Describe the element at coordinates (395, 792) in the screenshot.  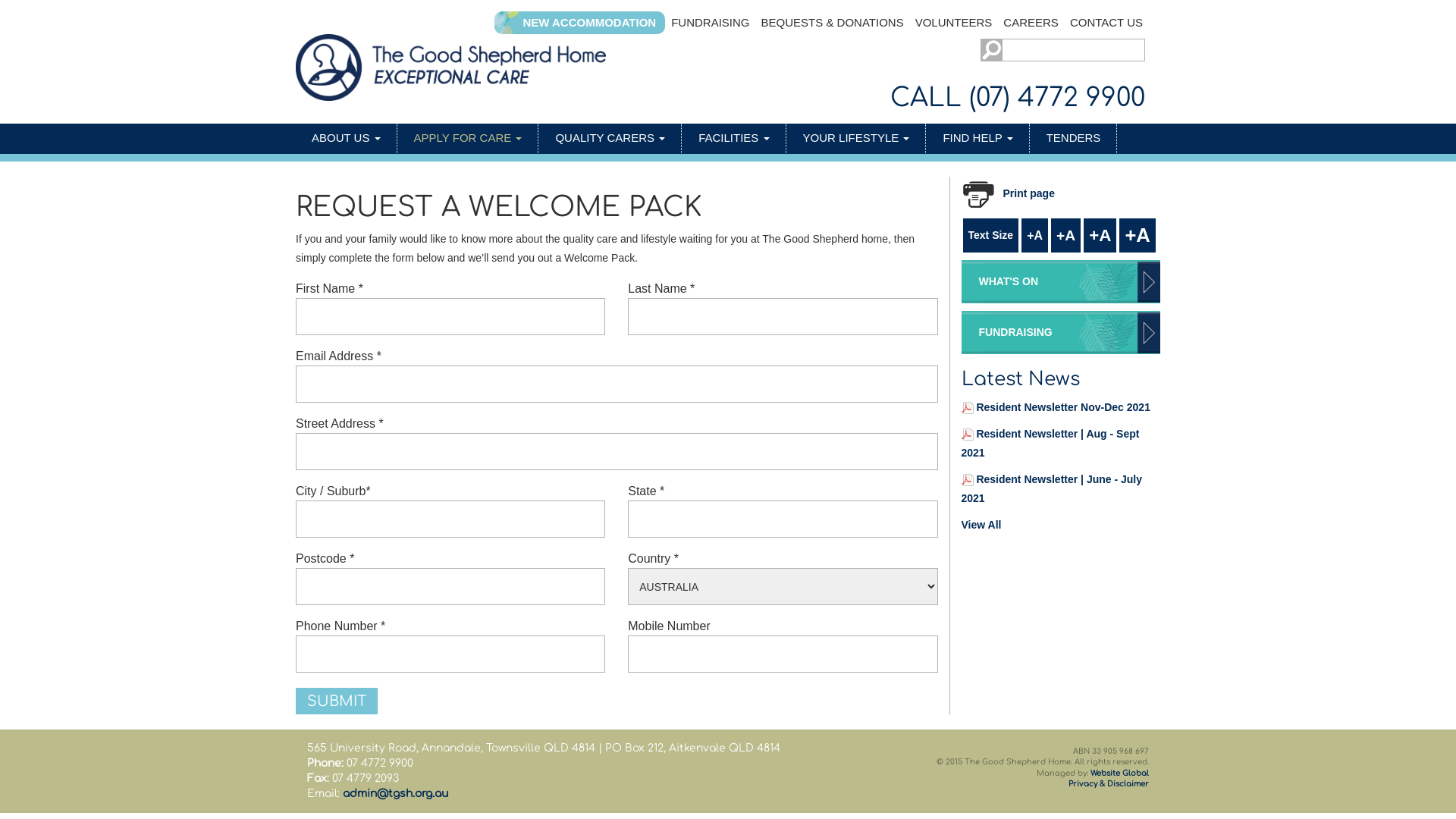
I see `'admin@tgsh.org.au'` at that location.